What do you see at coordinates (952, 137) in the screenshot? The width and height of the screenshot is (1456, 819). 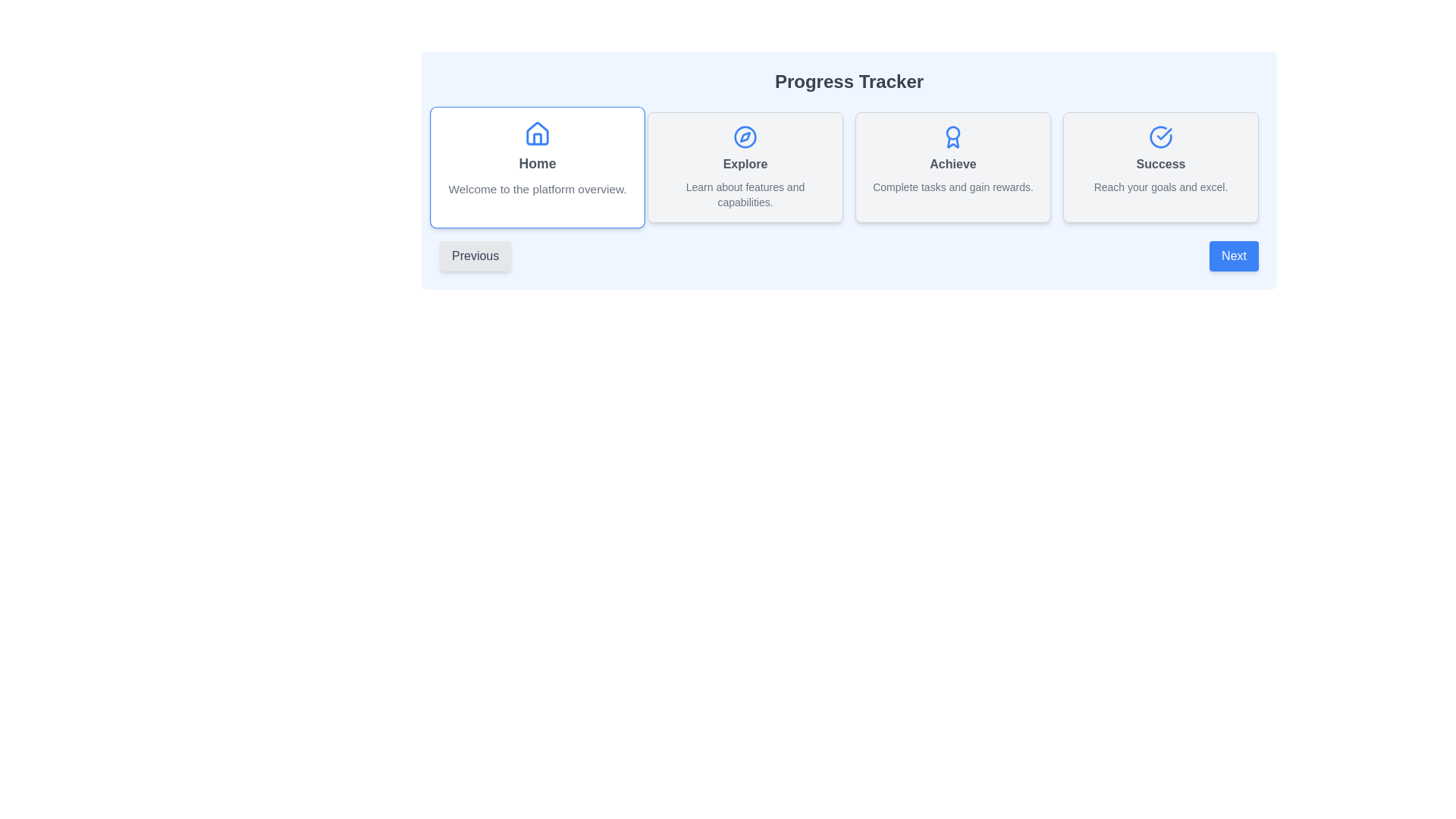 I see `the presence of the blue-styled award or medal icon located within the 'Achieve' card by clicking on it` at bounding box center [952, 137].